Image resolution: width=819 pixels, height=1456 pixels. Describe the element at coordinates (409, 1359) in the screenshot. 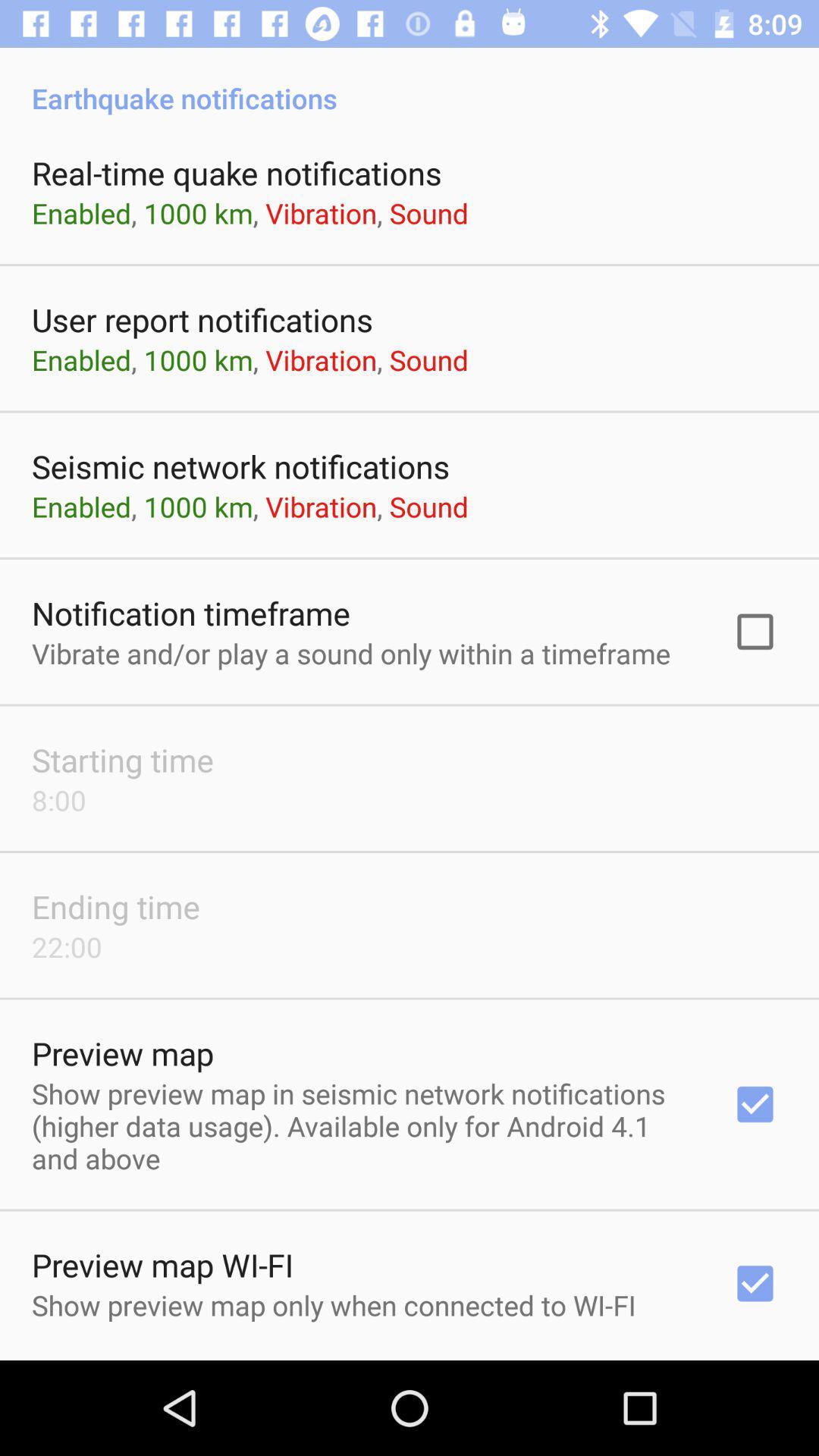

I see `the chat notifications item` at that location.